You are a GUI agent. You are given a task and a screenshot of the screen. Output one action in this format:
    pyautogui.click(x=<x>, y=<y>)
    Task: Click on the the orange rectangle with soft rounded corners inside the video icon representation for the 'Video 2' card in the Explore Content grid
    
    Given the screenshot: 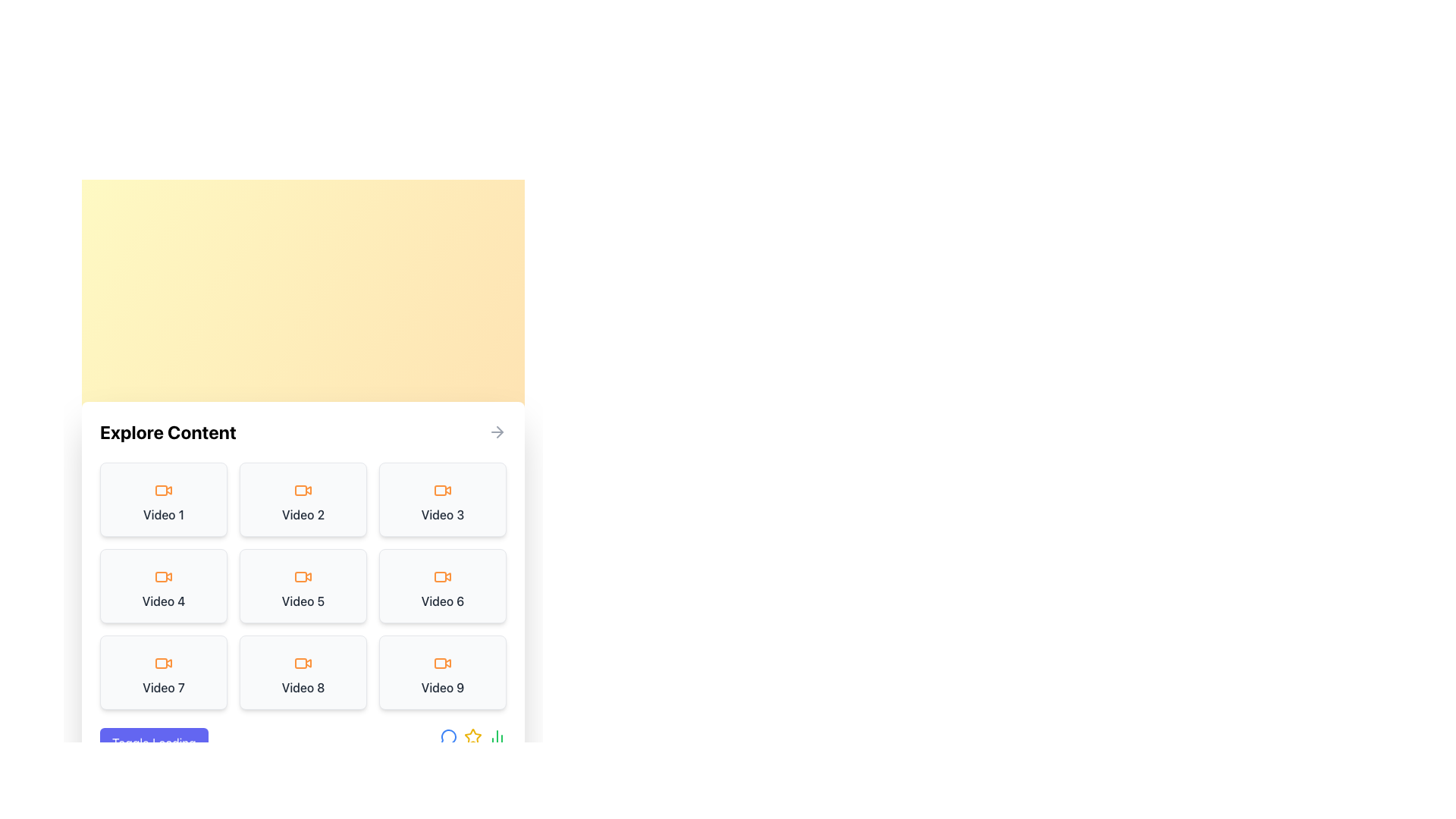 What is the action you would take?
    pyautogui.click(x=301, y=491)
    